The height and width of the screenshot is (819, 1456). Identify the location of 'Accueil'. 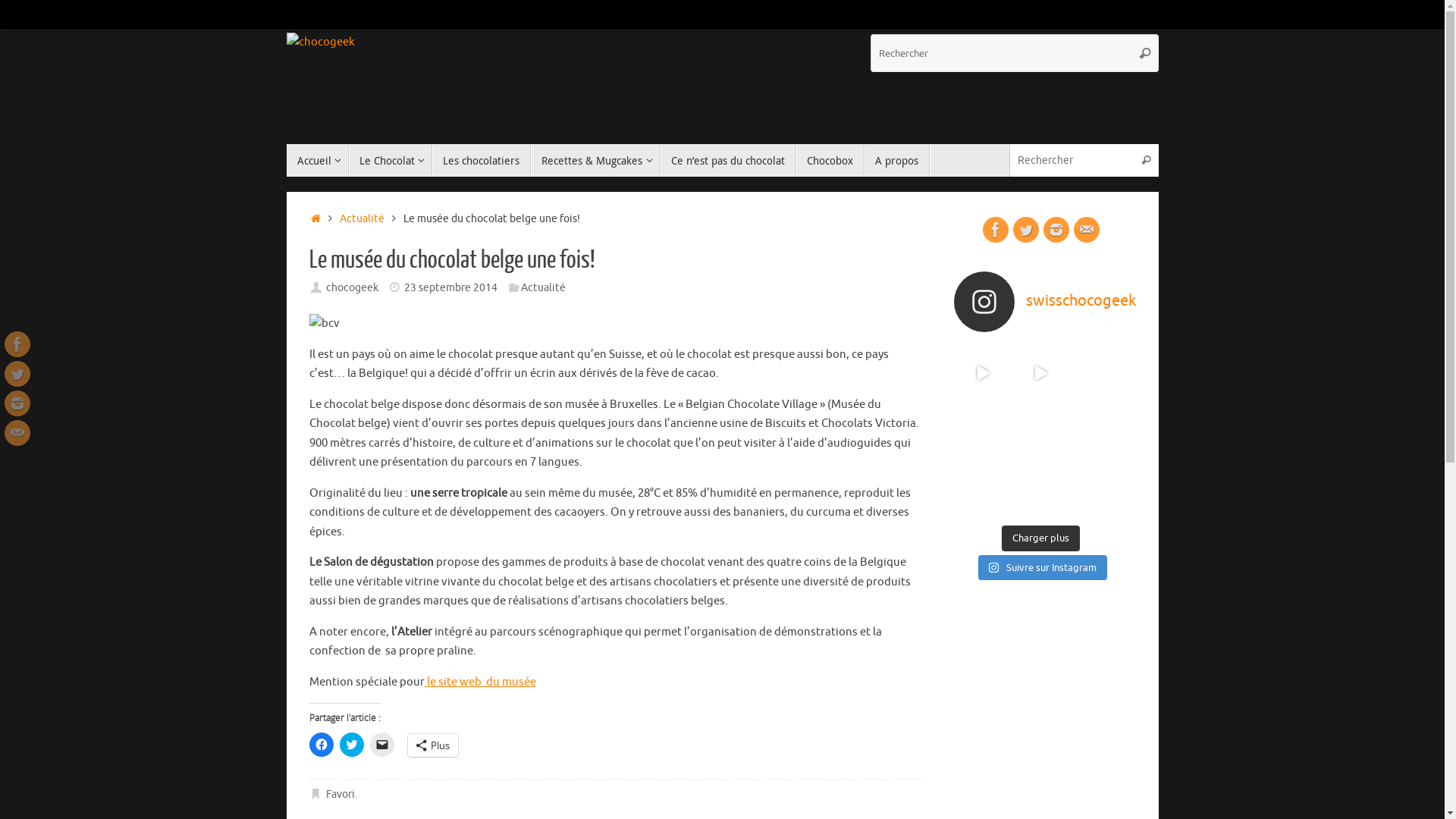
(287, 160).